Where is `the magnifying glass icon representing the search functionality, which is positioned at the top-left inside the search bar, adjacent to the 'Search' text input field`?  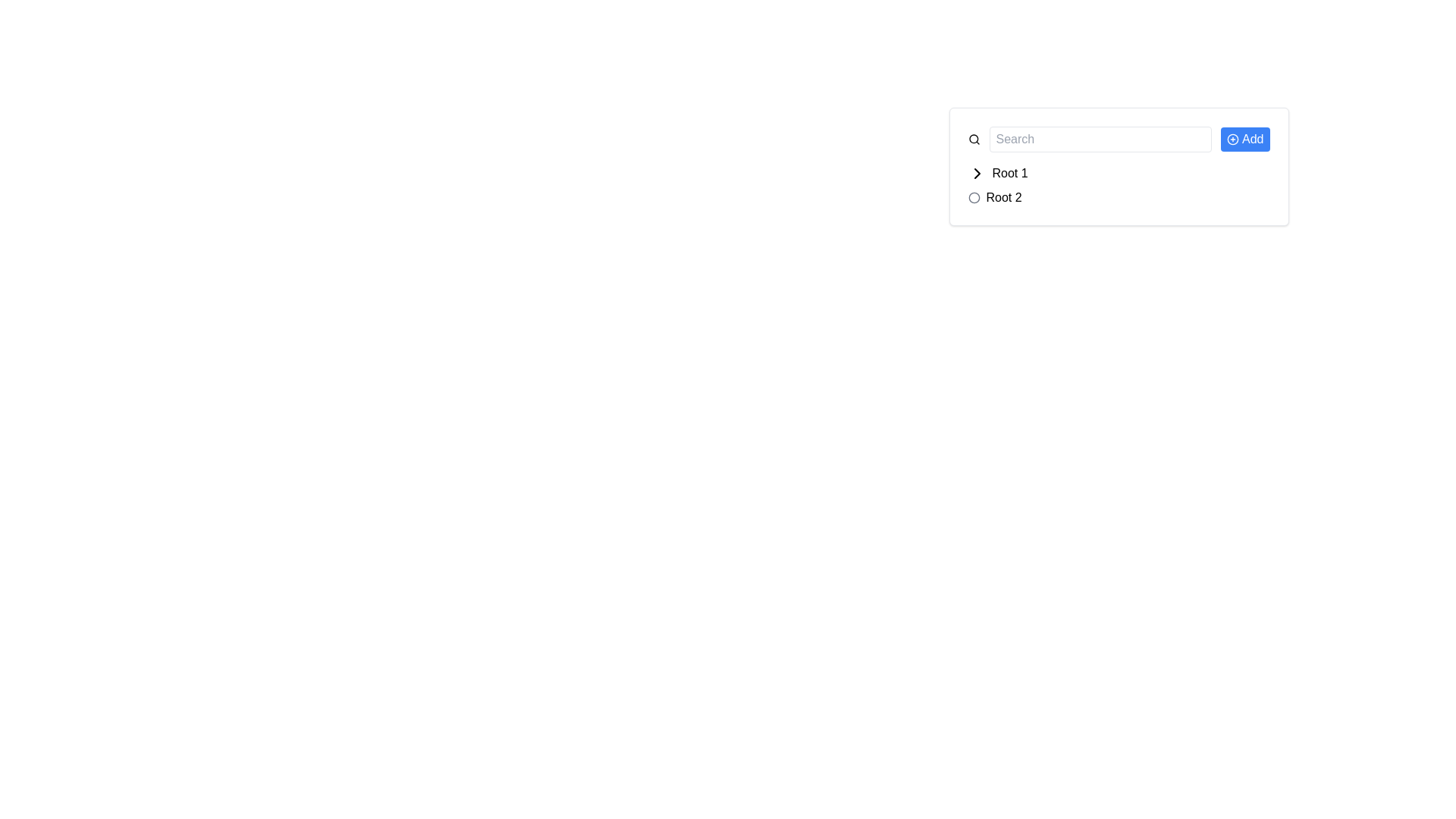
the magnifying glass icon representing the search functionality, which is positioned at the top-left inside the search bar, adjacent to the 'Search' text input field is located at coordinates (974, 140).